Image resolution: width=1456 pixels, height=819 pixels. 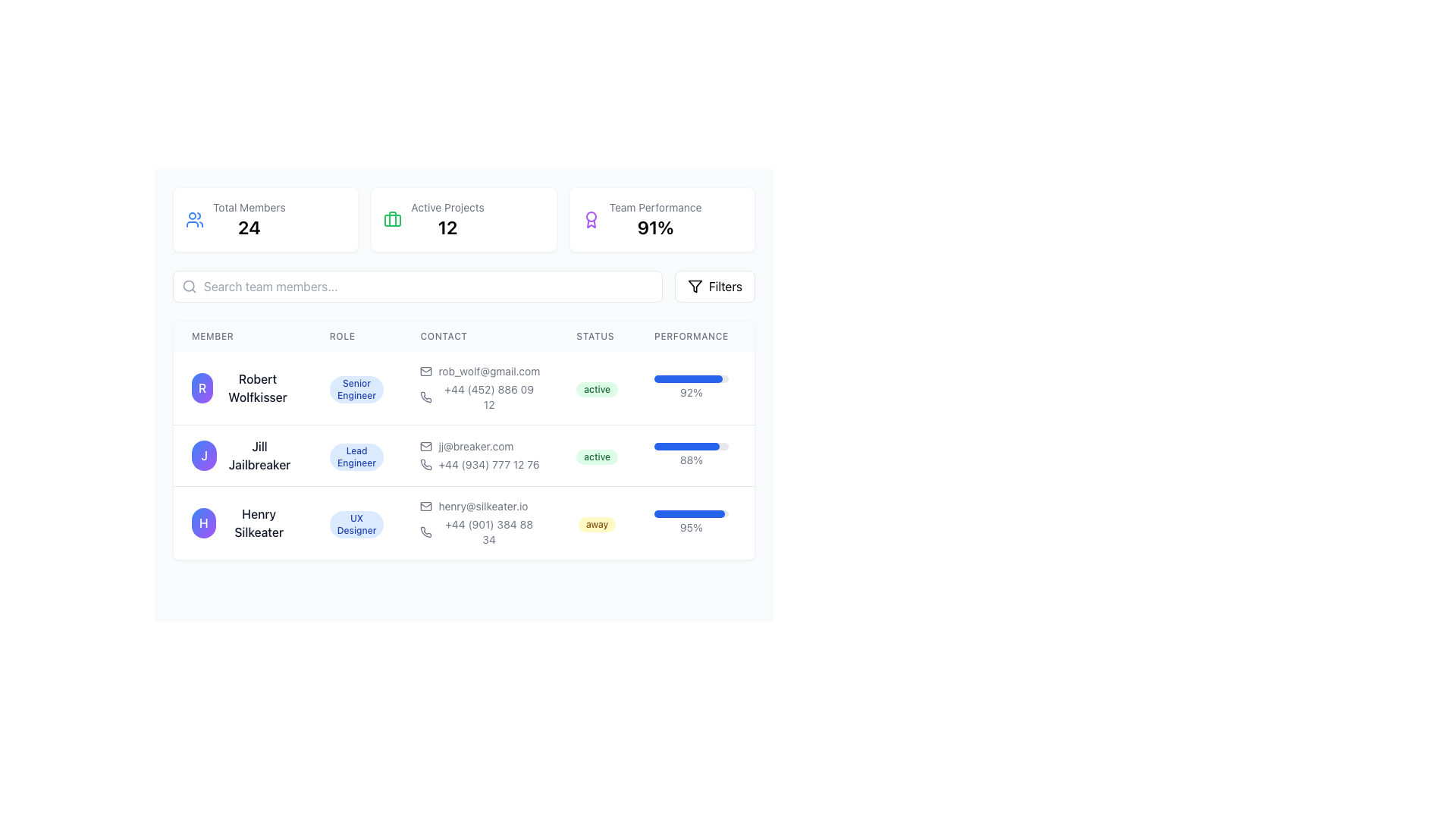 I want to click on the phone icon in the Contact detail display block to initiate a call if linked, located in the third row of the 'Contact' column, aligned with the user name 'Henry Silkeater', so click(x=479, y=522).